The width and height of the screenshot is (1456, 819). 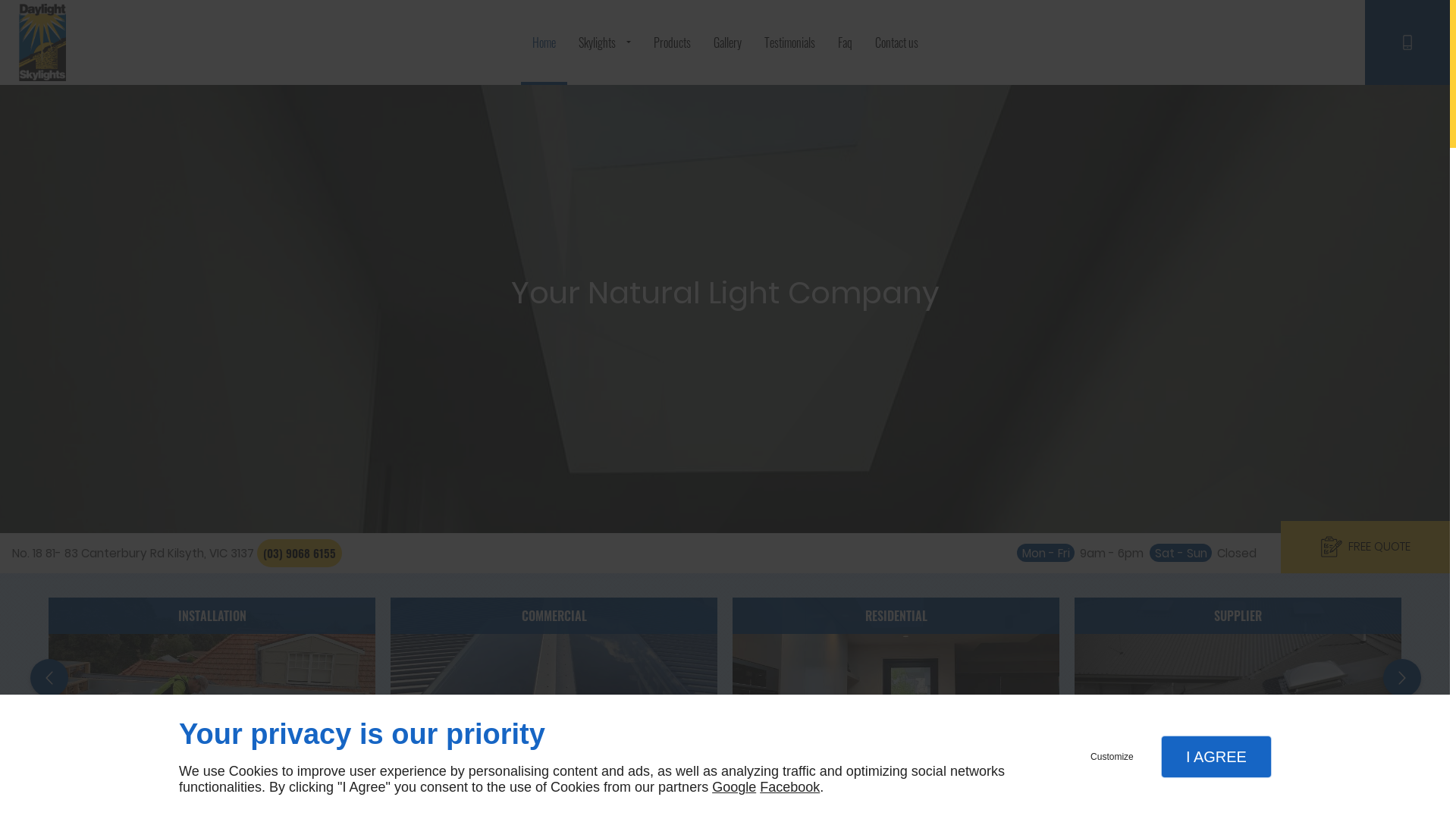 I want to click on 'Gallery', so click(x=726, y=42).